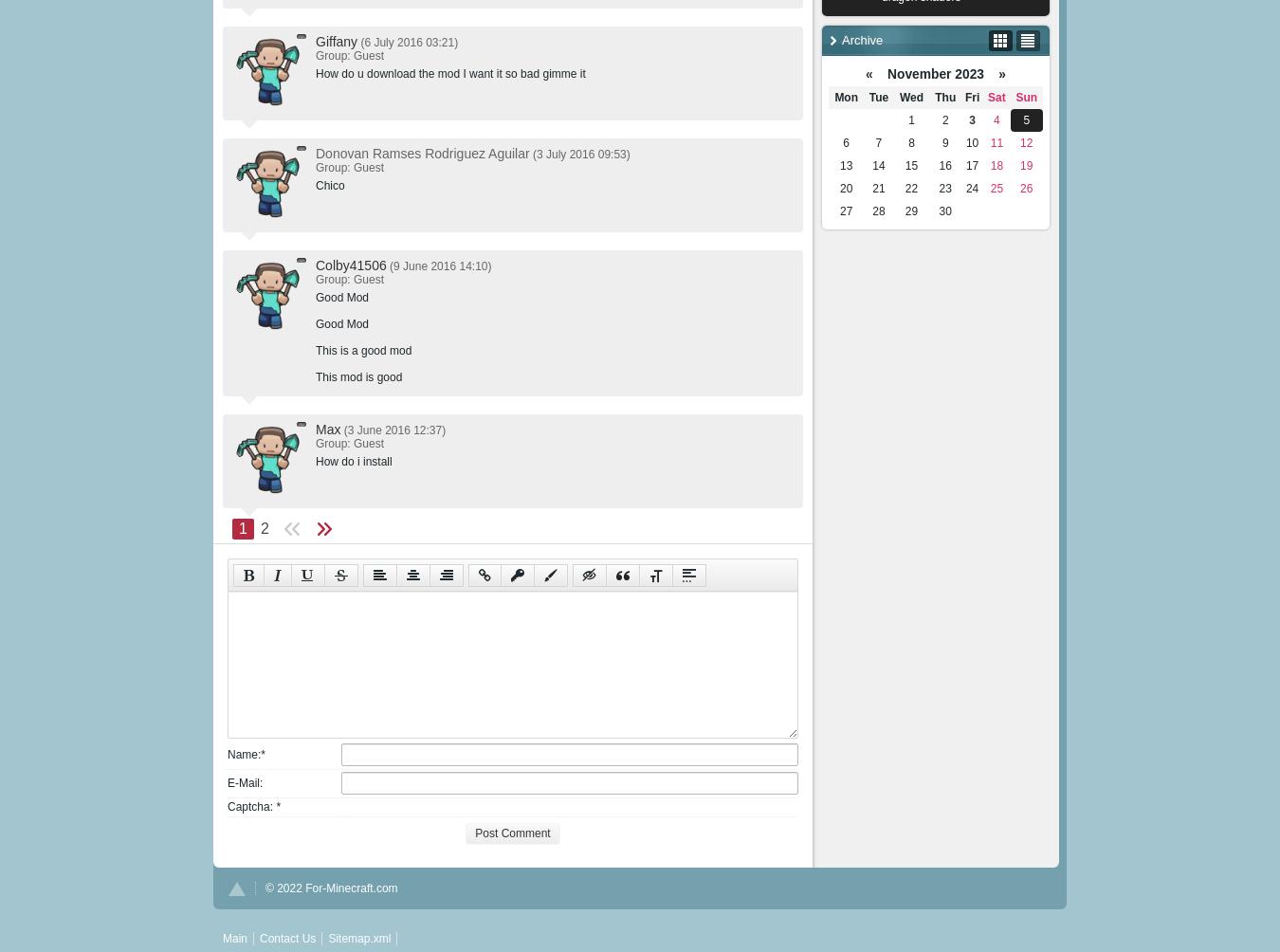 The image size is (1280, 952). Describe the element at coordinates (972, 187) in the screenshot. I see `'24'` at that location.